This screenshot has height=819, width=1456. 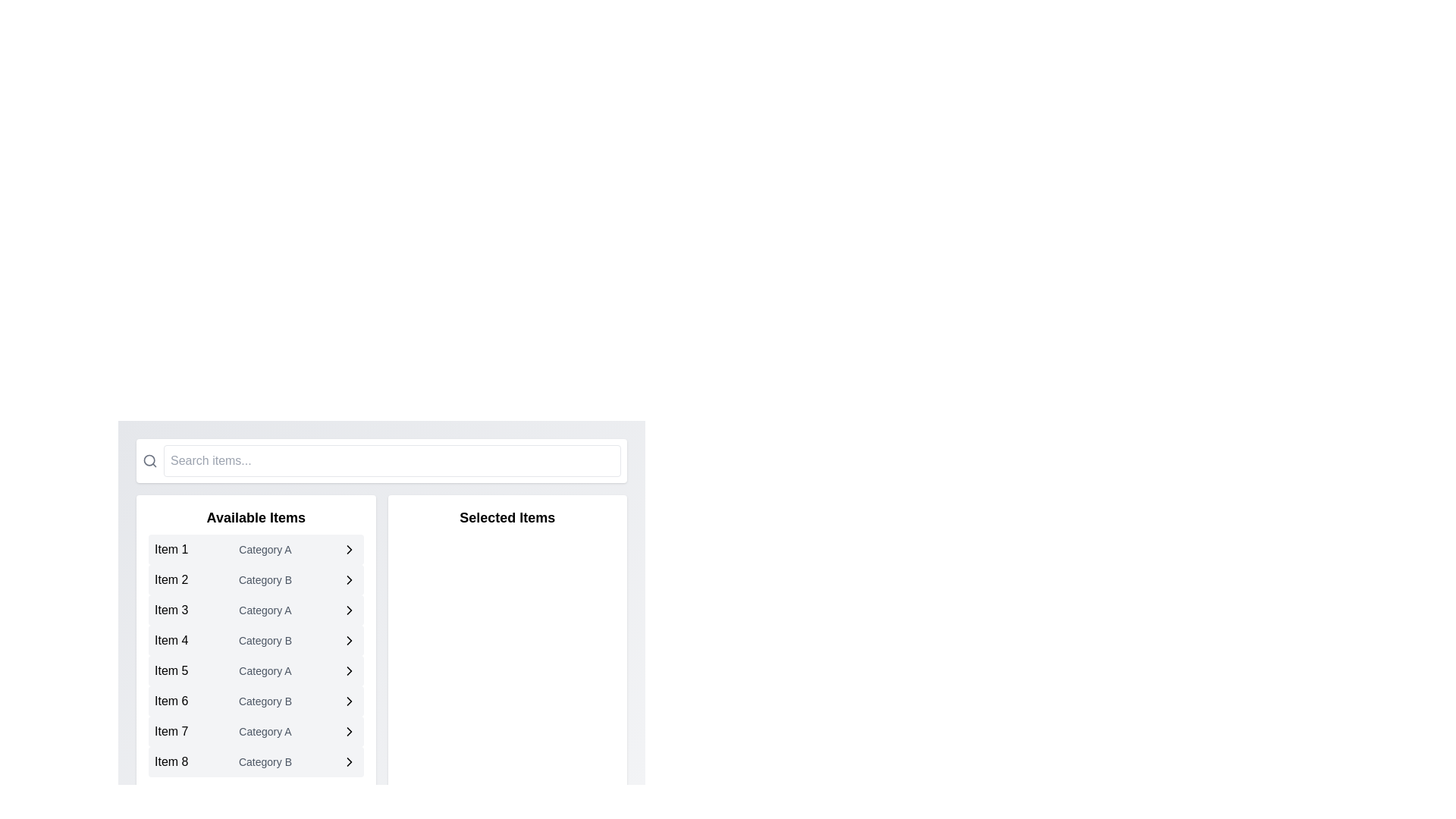 I want to click on text from the small text label displaying 'Item 2', which is located in the left column under the 'Available Items' header, so click(x=171, y=579).